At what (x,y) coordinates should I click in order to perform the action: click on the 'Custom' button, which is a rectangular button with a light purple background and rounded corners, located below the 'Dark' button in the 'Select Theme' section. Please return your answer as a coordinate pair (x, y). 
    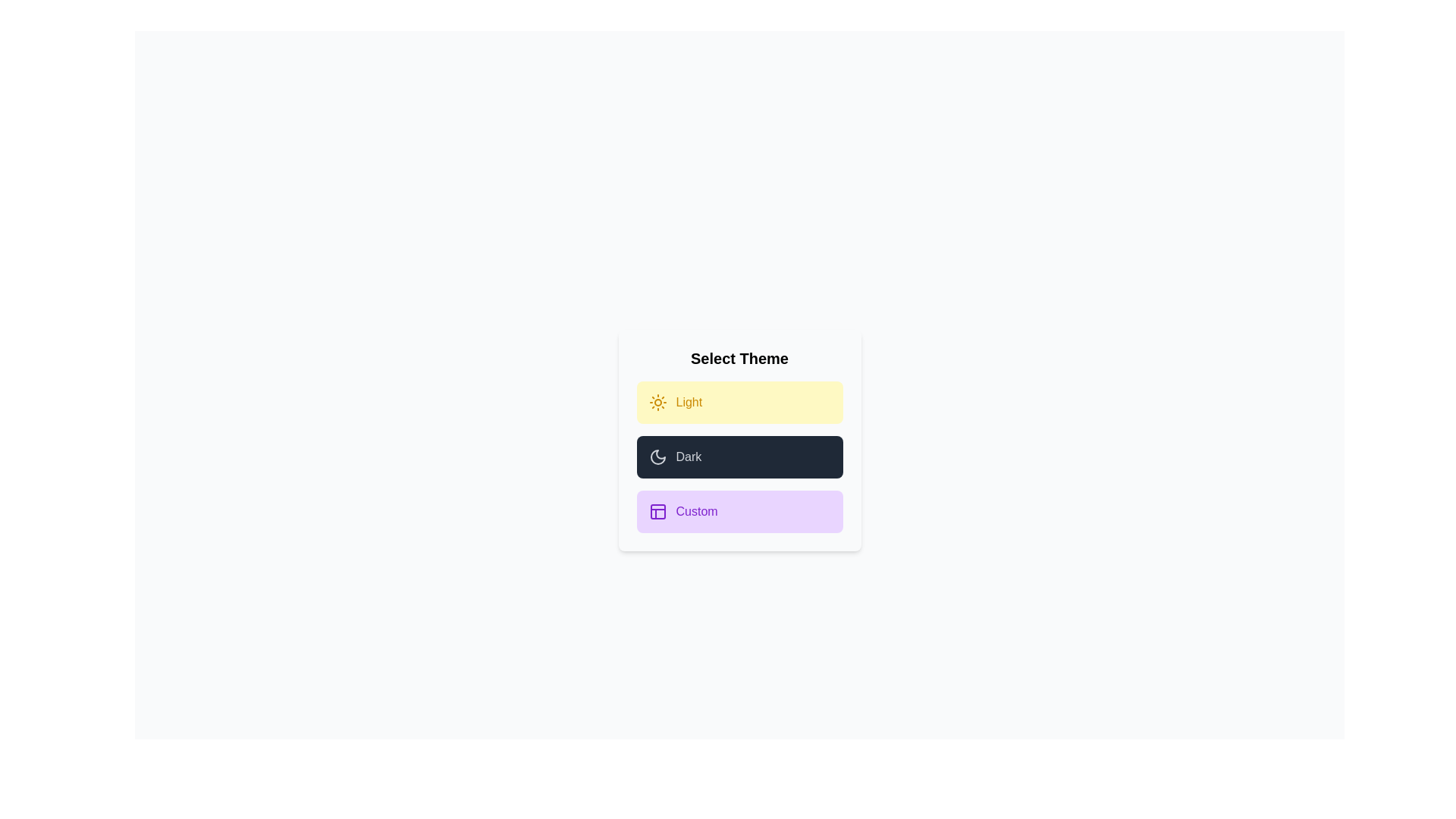
    Looking at the image, I should click on (739, 512).